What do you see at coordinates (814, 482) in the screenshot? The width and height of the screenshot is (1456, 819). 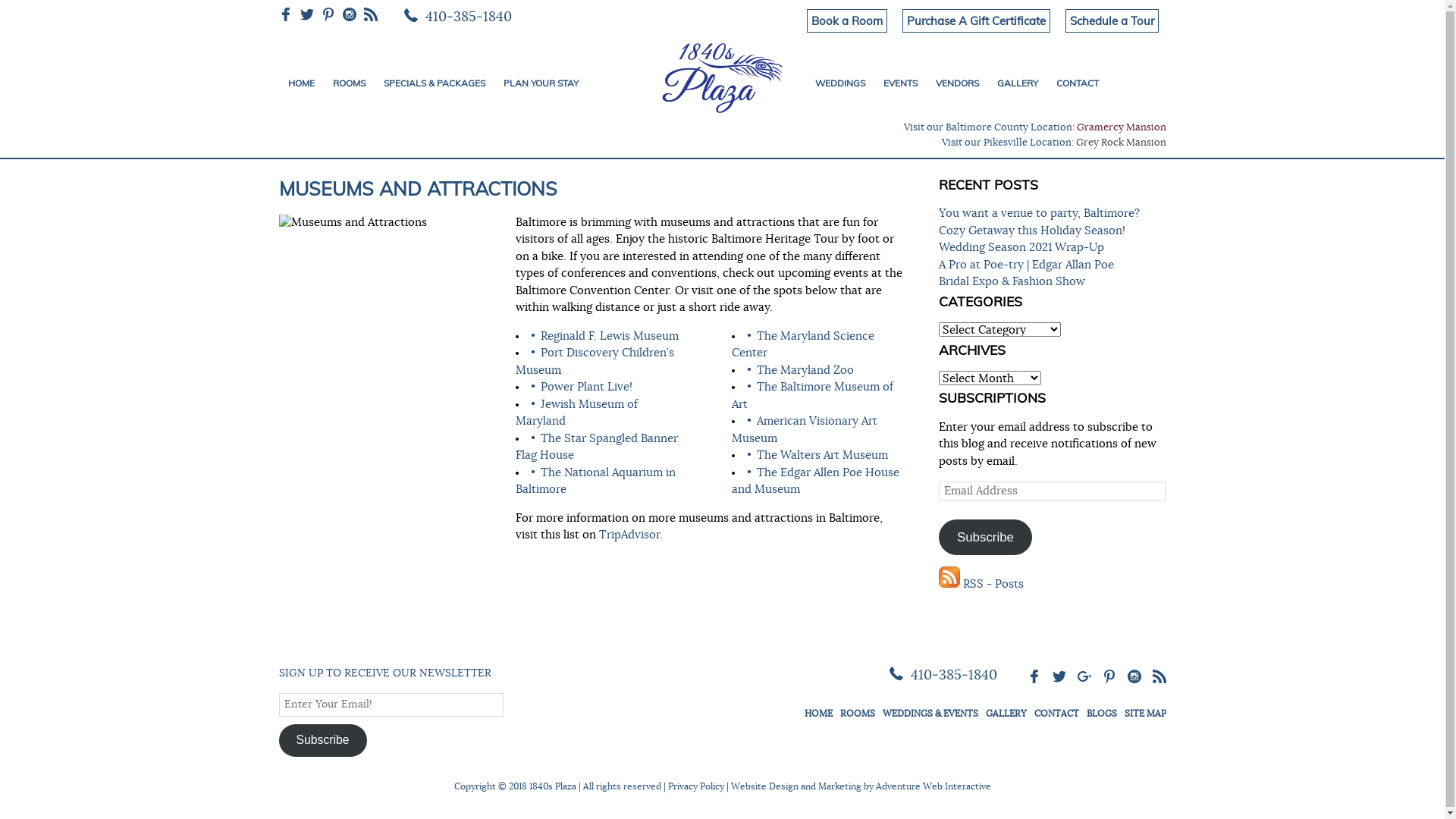 I see `'The Edgar Allen Poe House and Museum'` at bounding box center [814, 482].